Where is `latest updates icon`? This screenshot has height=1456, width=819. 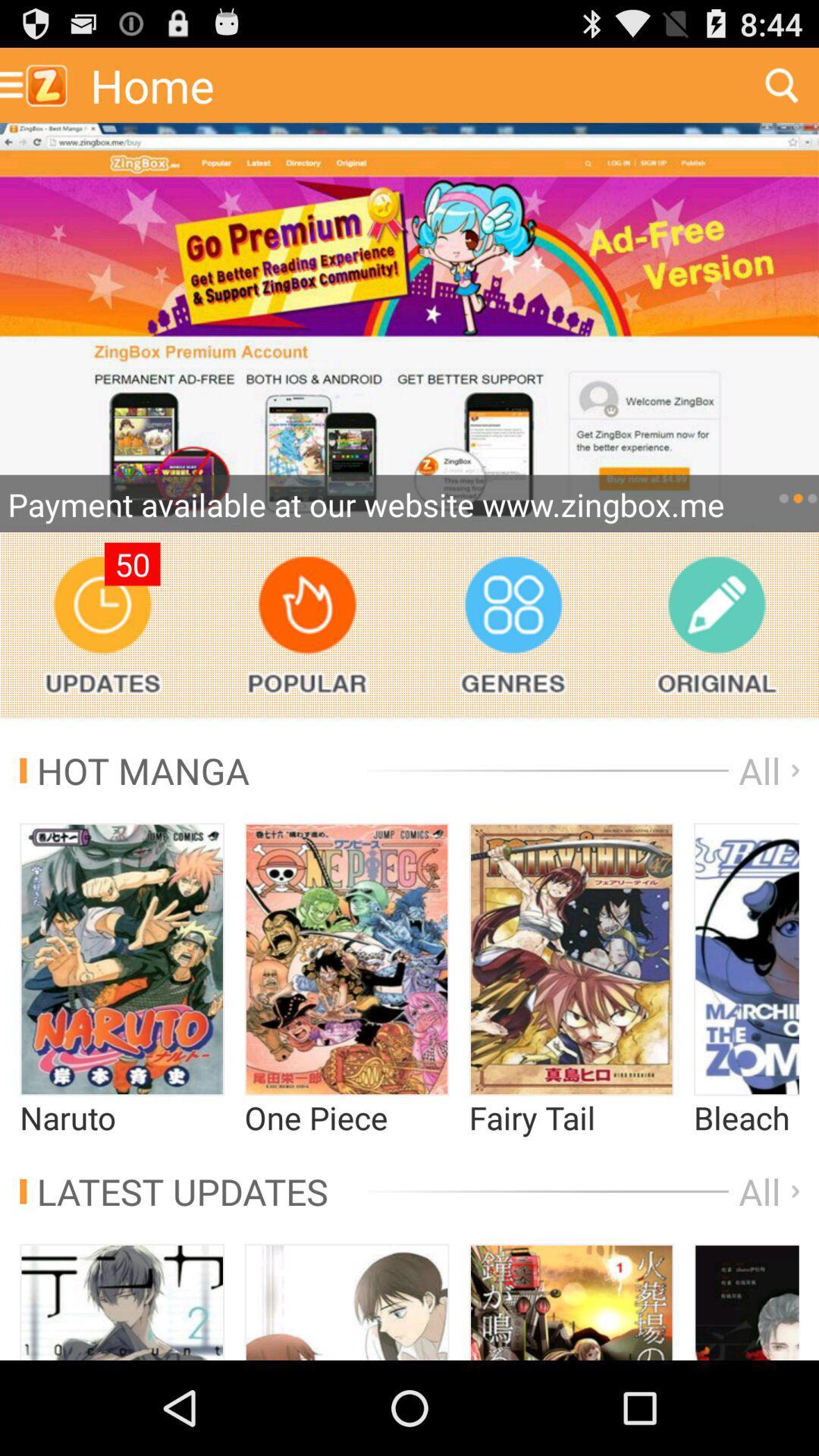 latest updates icon is located at coordinates (173, 1191).